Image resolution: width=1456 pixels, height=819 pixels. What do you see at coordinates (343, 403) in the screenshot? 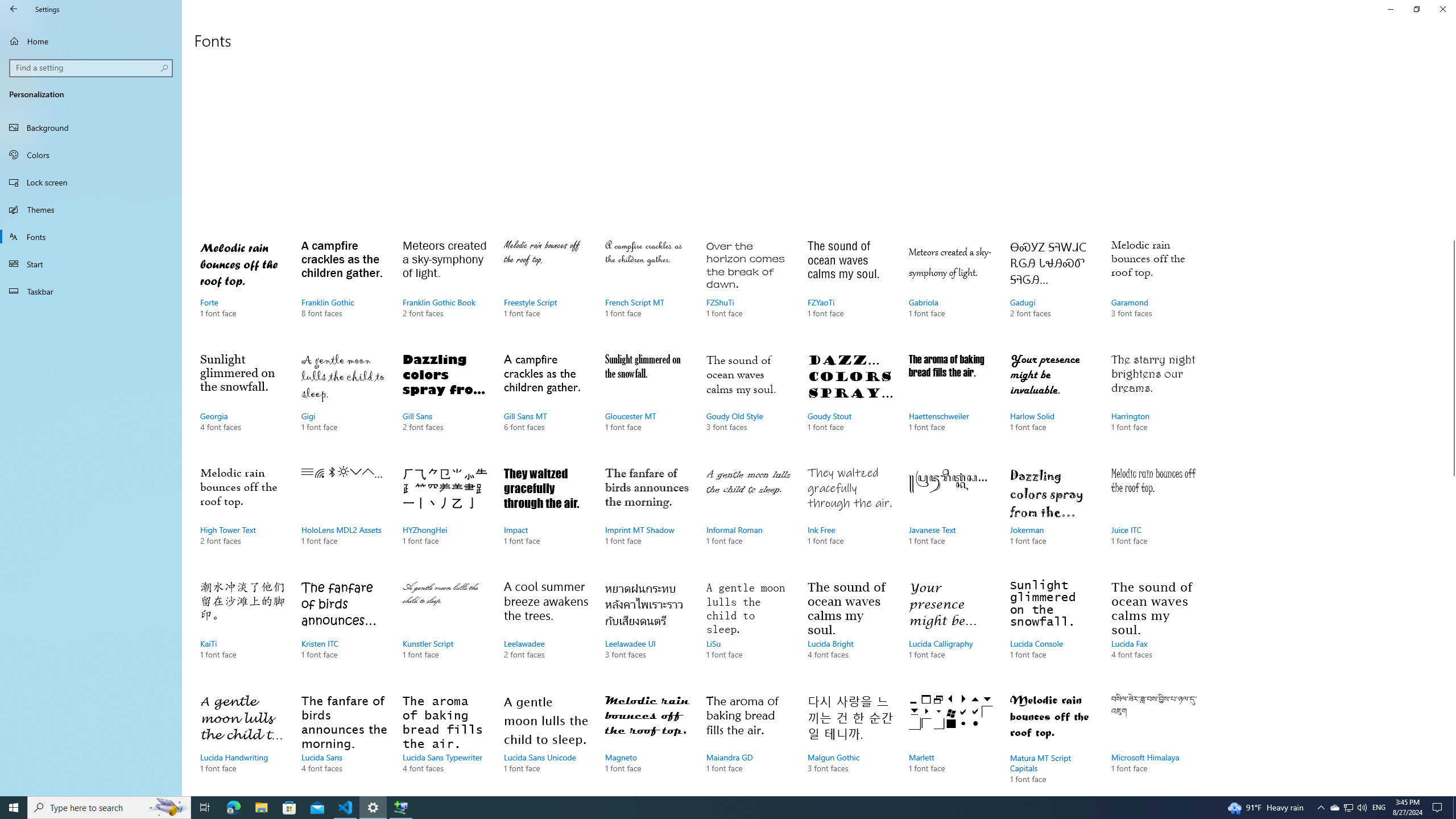
I see `'Gigi, 1 font face'` at bounding box center [343, 403].